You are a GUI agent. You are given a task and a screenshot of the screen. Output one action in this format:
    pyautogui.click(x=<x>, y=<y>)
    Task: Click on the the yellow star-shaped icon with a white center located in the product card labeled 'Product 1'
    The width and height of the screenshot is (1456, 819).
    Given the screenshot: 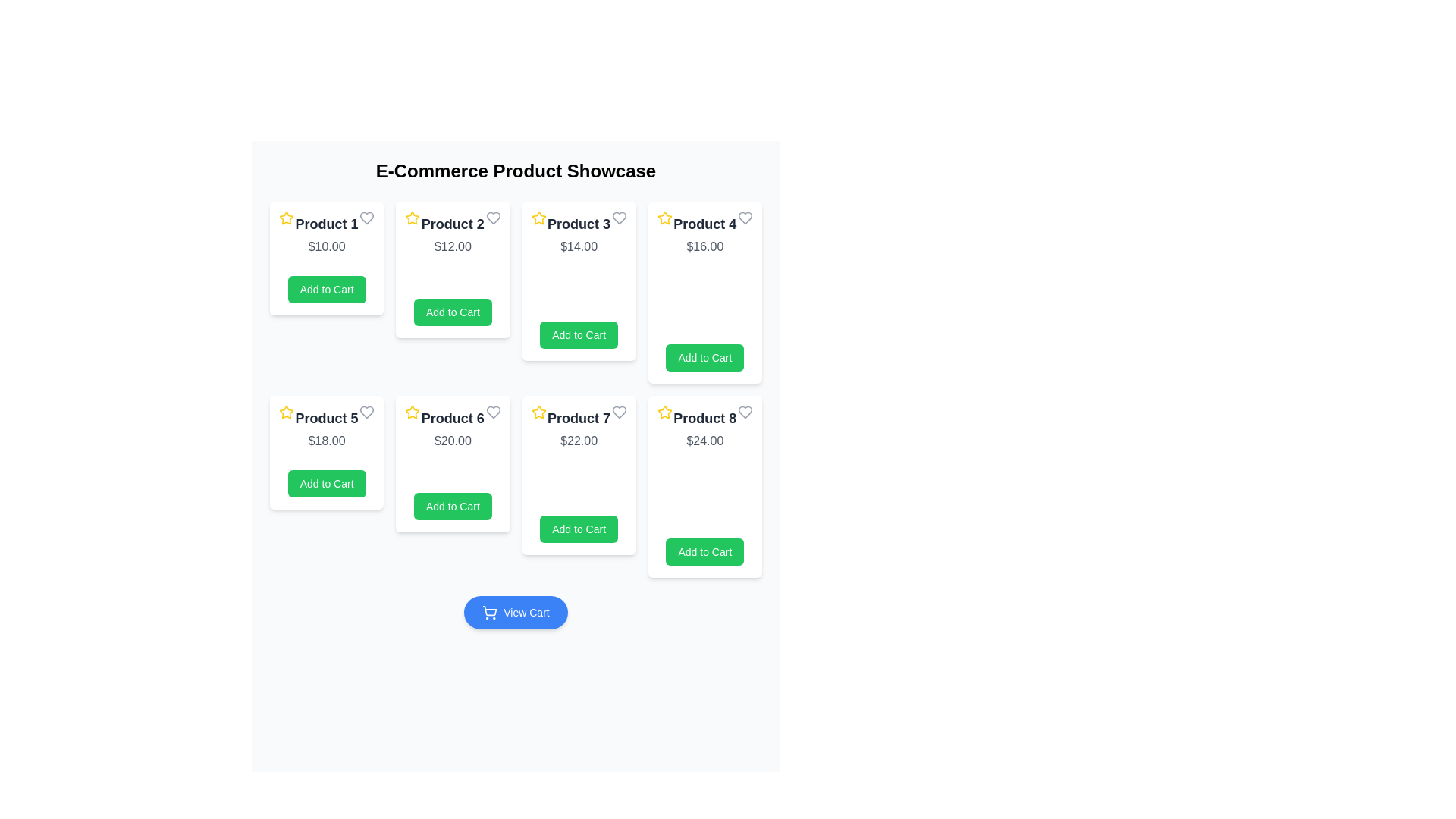 What is the action you would take?
    pyautogui.click(x=287, y=218)
    